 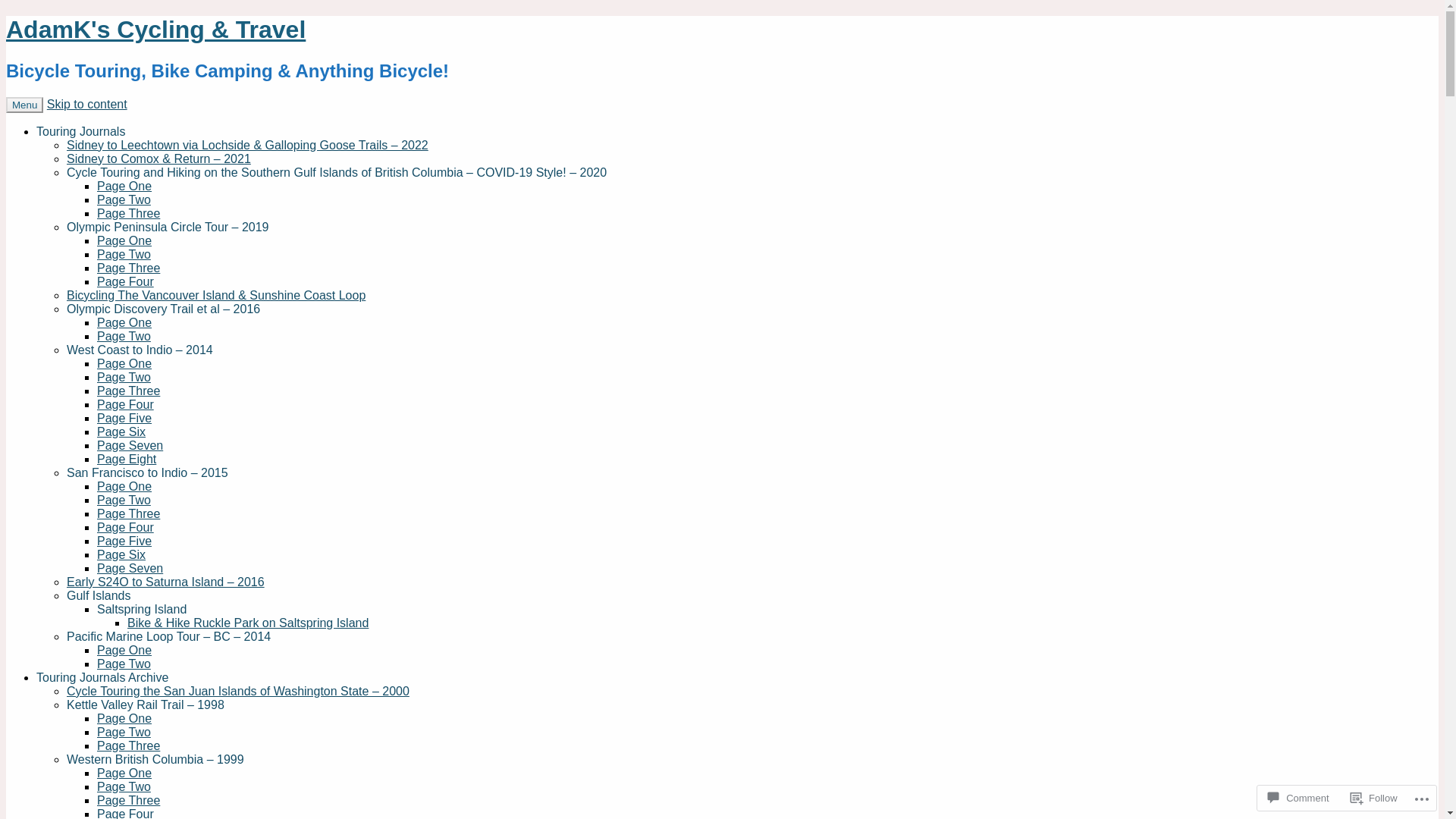 I want to click on 'Menu', so click(x=24, y=104).